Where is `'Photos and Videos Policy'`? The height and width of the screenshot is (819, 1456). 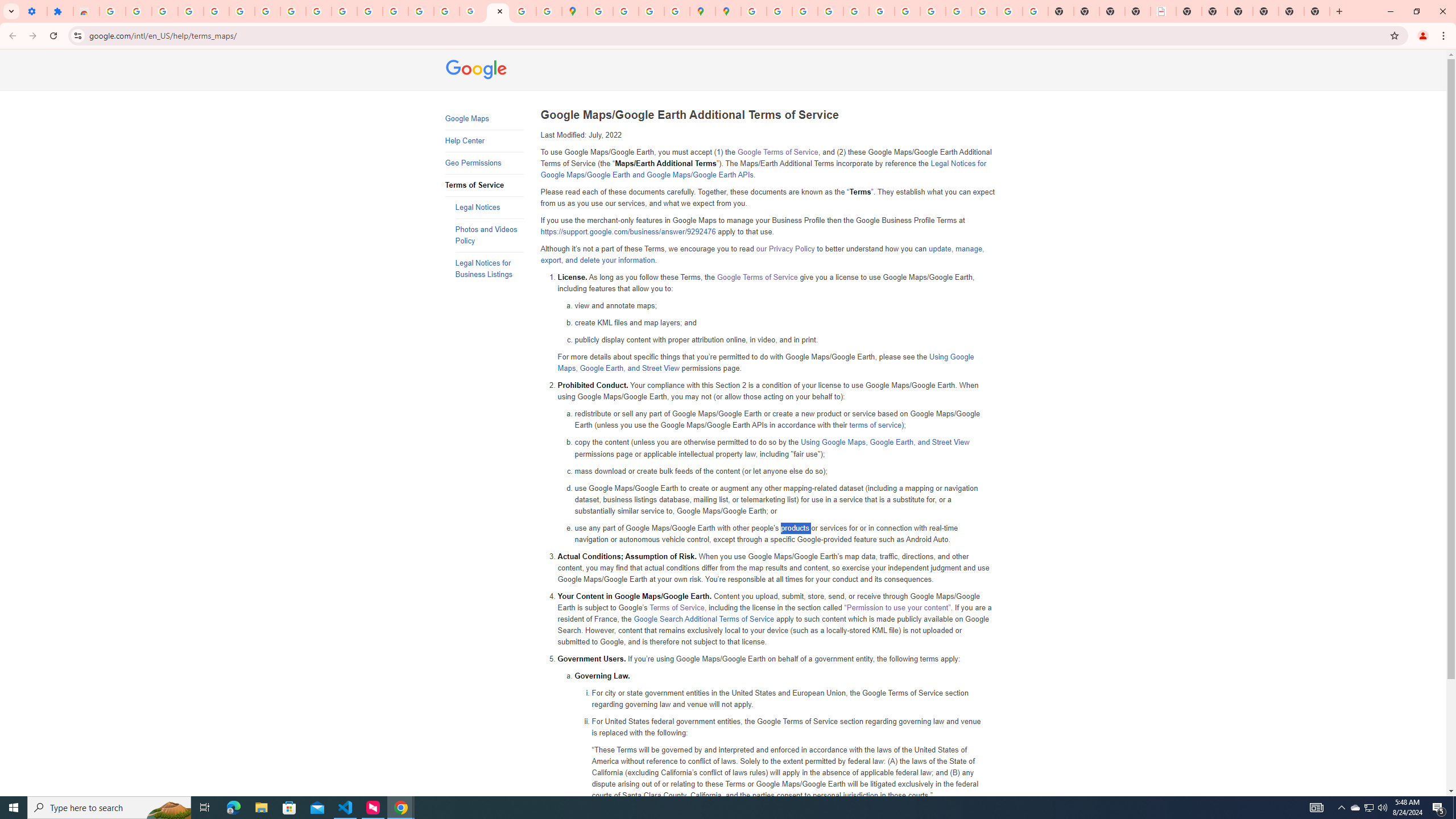 'Photos and Videos Policy' is located at coordinates (489, 235).